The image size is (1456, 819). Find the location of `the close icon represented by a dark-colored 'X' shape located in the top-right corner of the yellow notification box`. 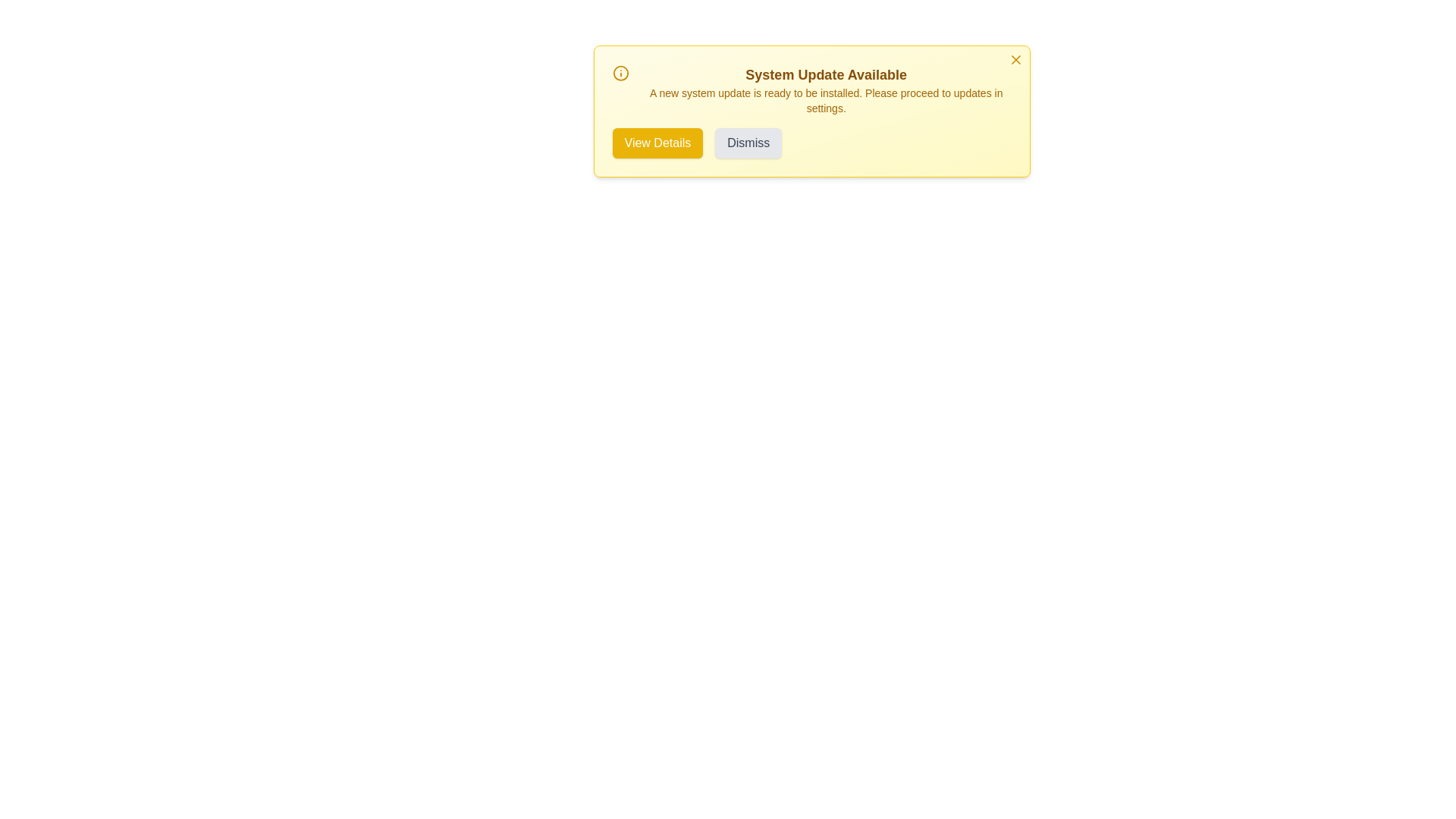

the close icon represented by a dark-colored 'X' shape located in the top-right corner of the yellow notification box is located at coordinates (1015, 58).